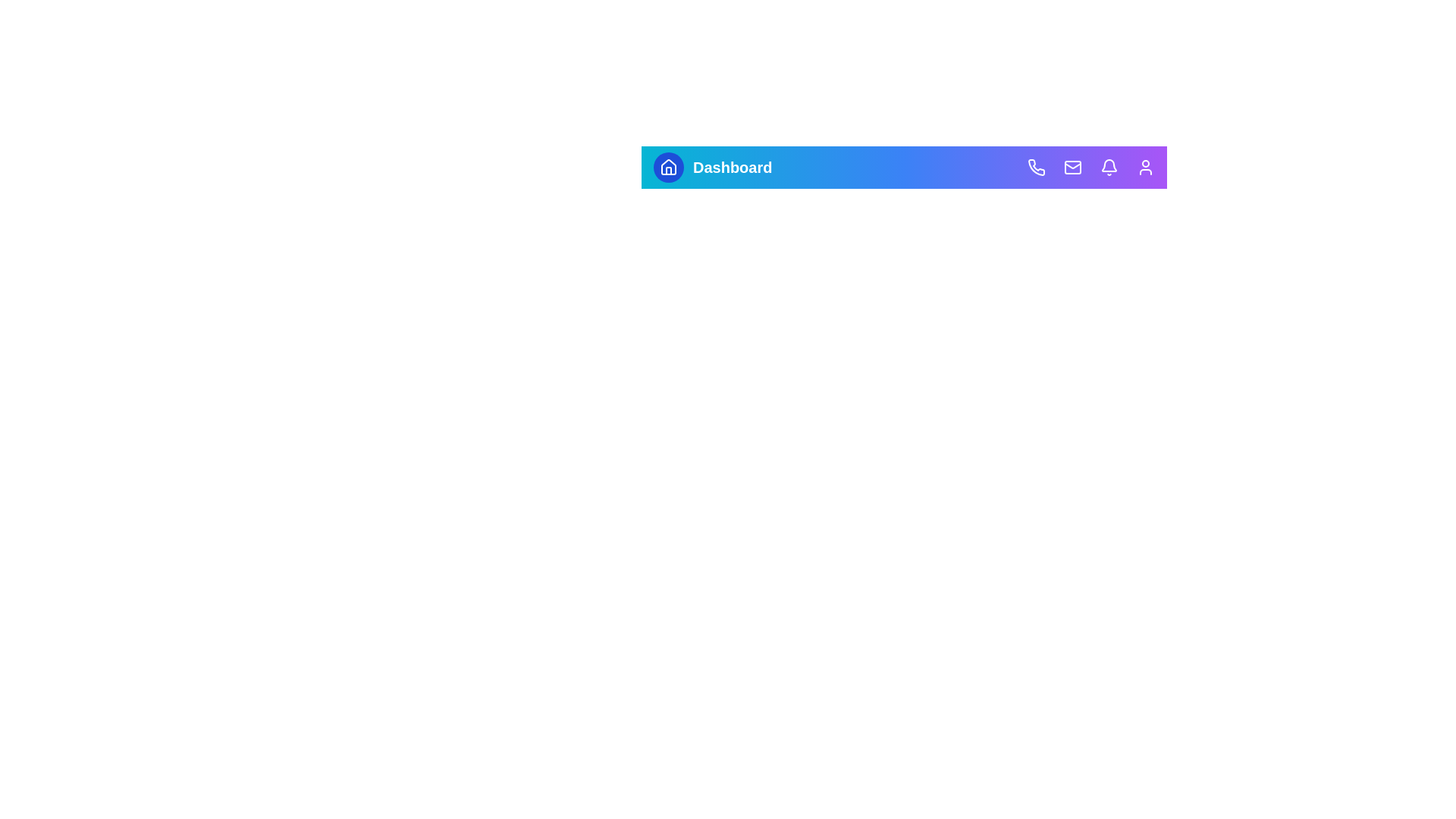  What do you see at coordinates (668, 167) in the screenshot?
I see `the 'Home' icon to navigate to the home page` at bounding box center [668, 167].